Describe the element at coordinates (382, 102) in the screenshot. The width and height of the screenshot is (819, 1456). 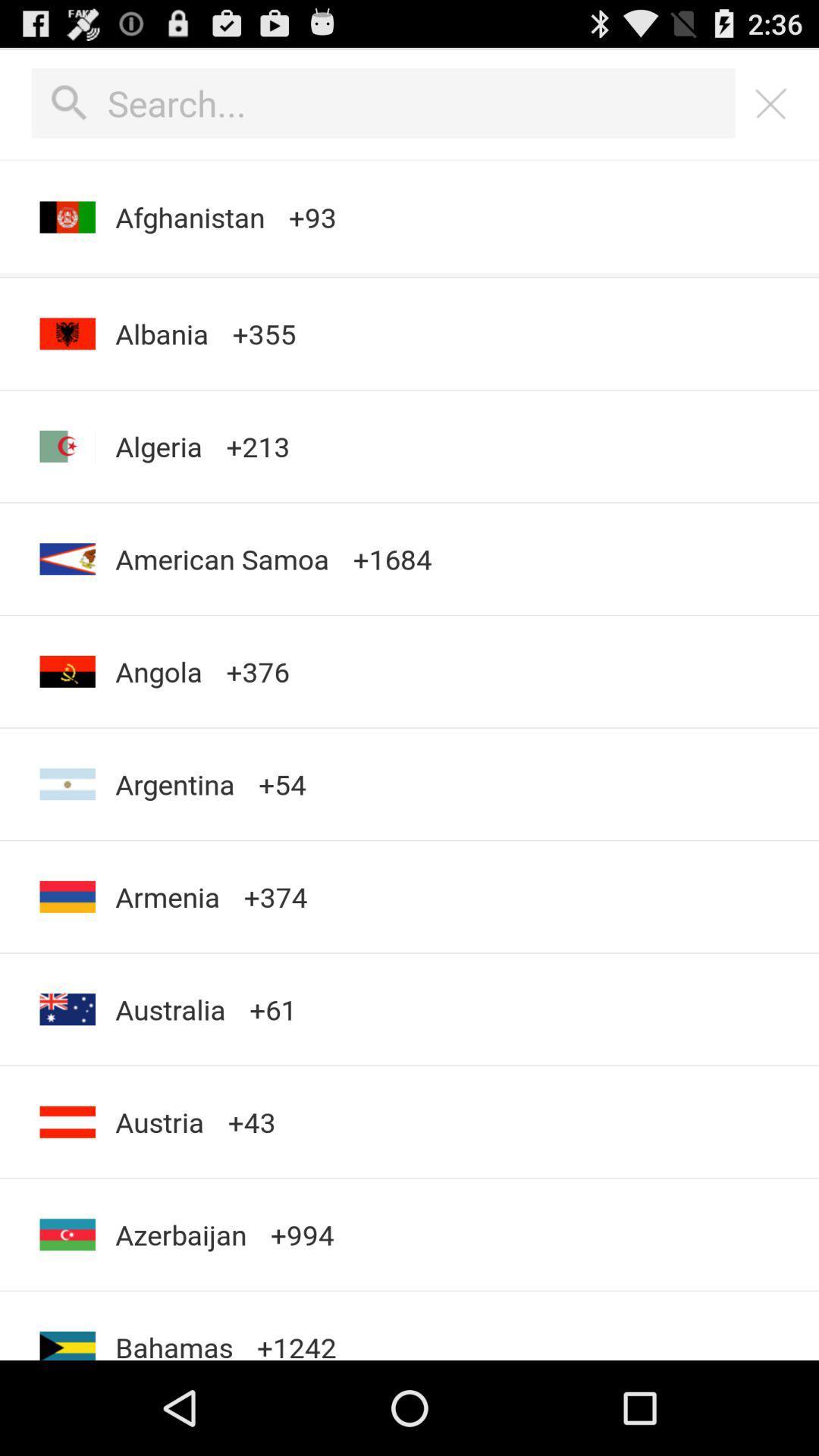
I see `search bar` at that location.